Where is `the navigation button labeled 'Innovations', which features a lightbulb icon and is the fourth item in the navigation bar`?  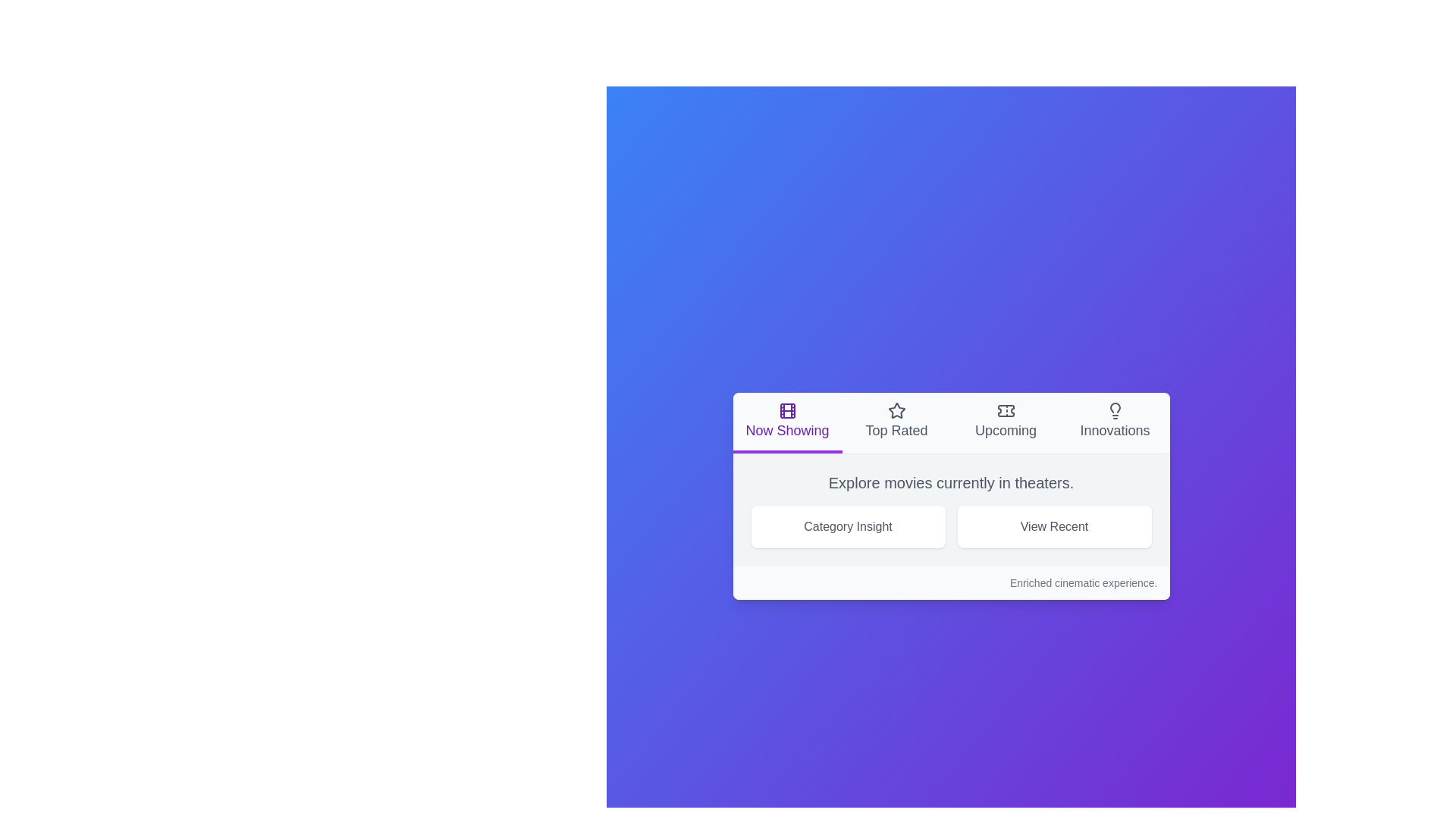 the navigation button labeled 'Innovations', which features a lightbulb icon and is the fourth item in the navigation bar is located at coordinates (1115, 422).